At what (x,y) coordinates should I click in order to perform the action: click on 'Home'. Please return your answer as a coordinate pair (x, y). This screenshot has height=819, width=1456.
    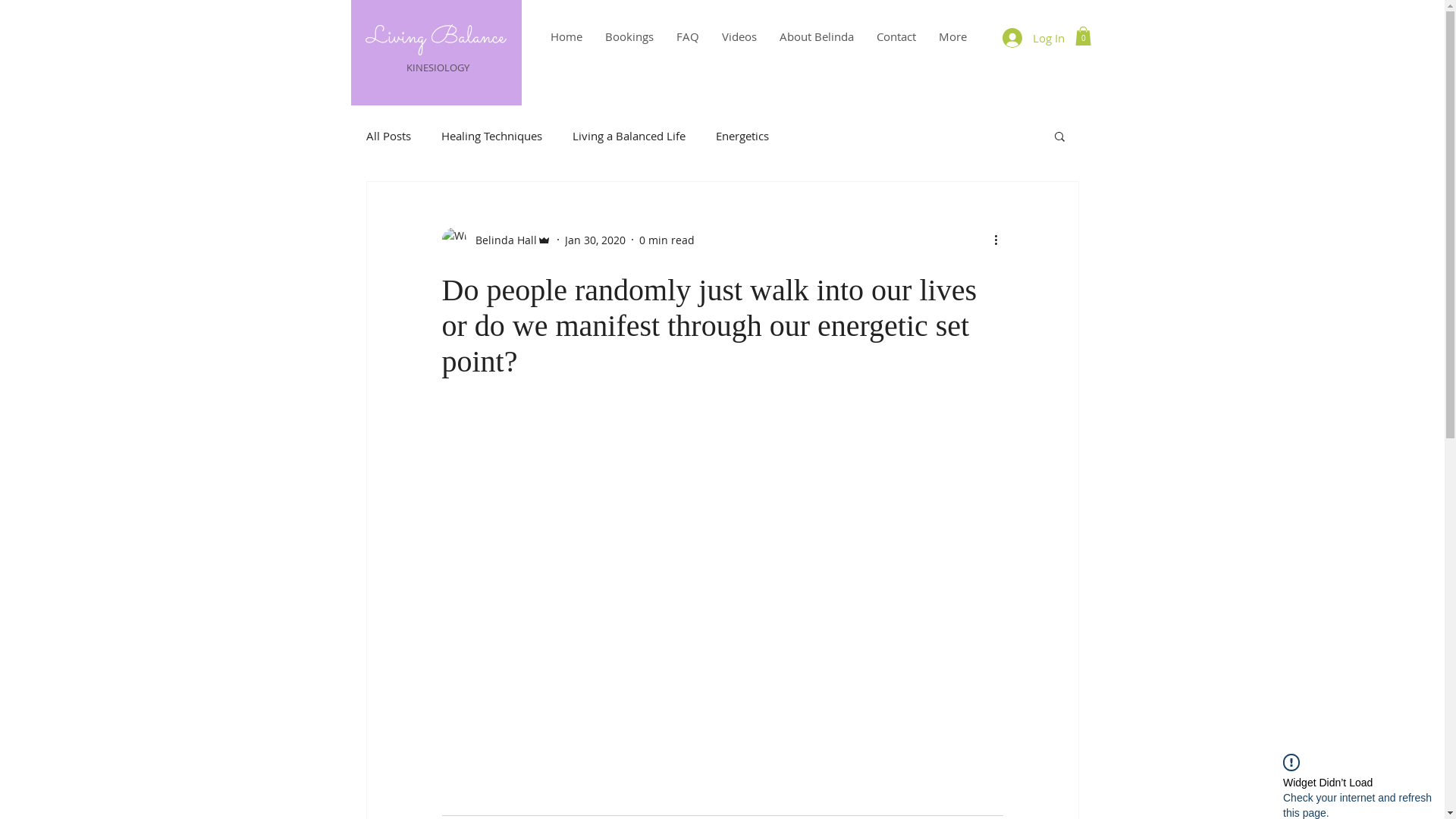
    Looking at the image, I should click on (564, 35).